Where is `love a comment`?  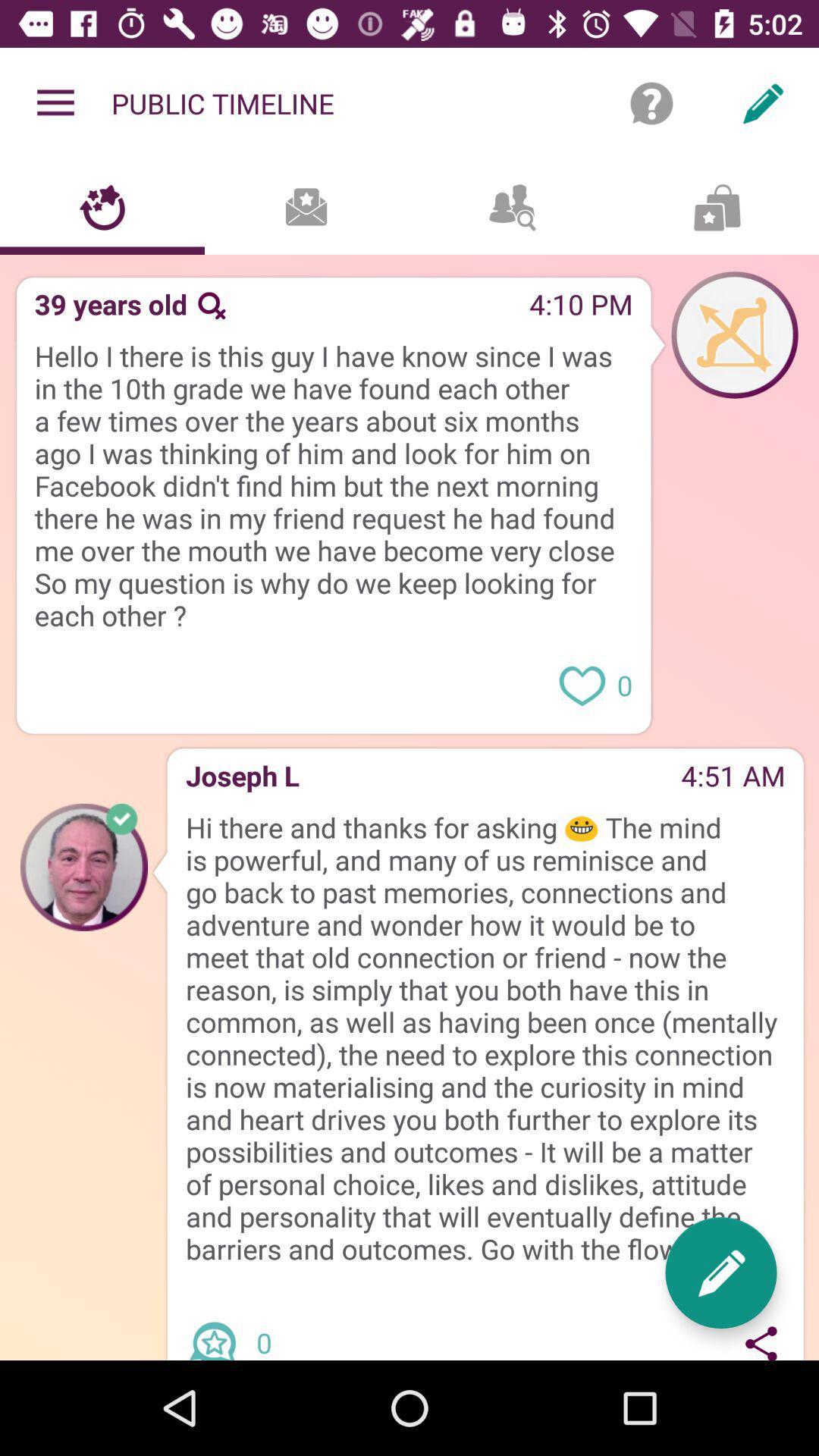
love a comment is located at coordinates (581, 683).